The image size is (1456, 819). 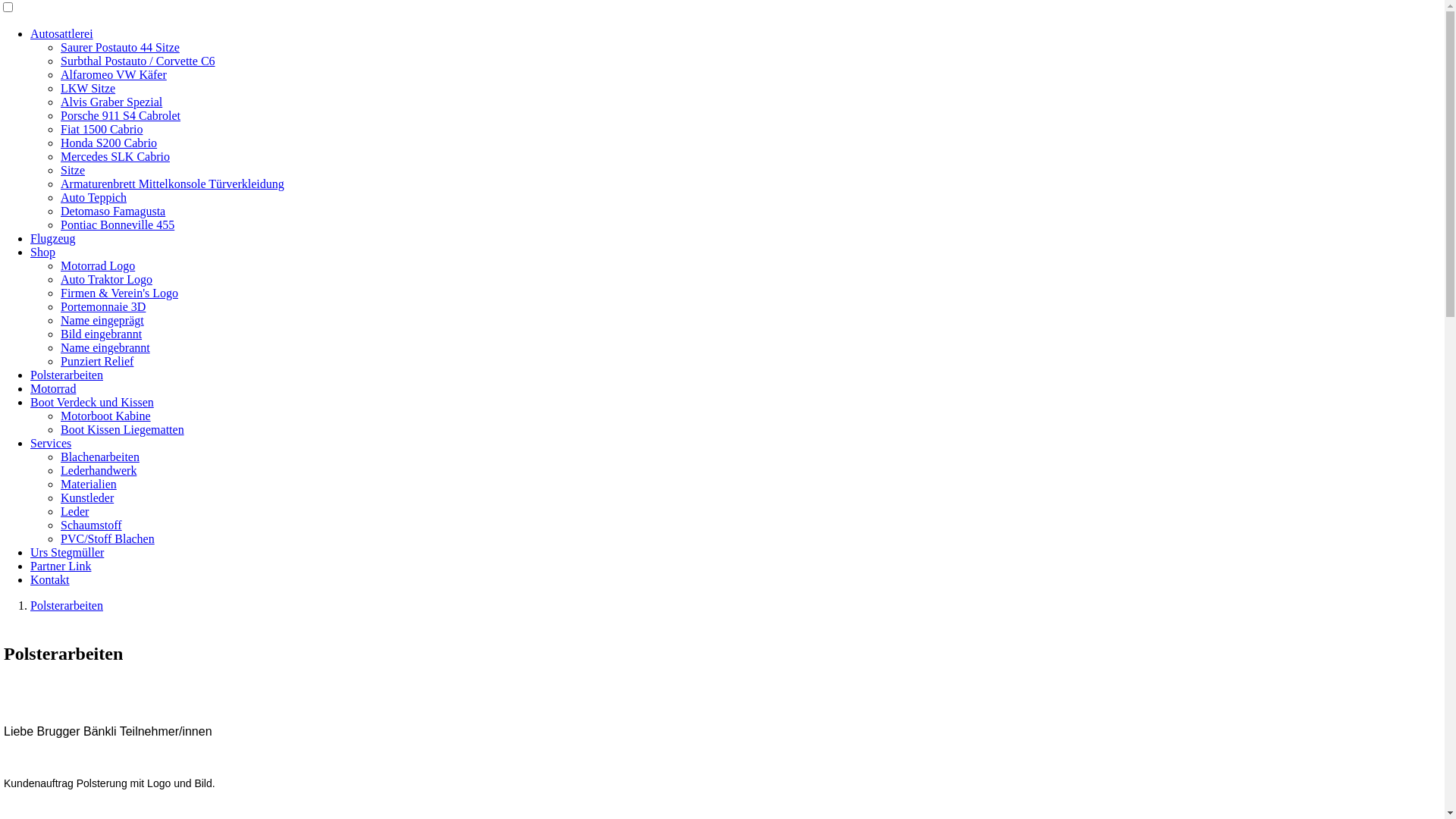 What do you see at coordinates (50, 579) in the screenshot?
I see `'Kontakt'` at bounding box center [50, 579].